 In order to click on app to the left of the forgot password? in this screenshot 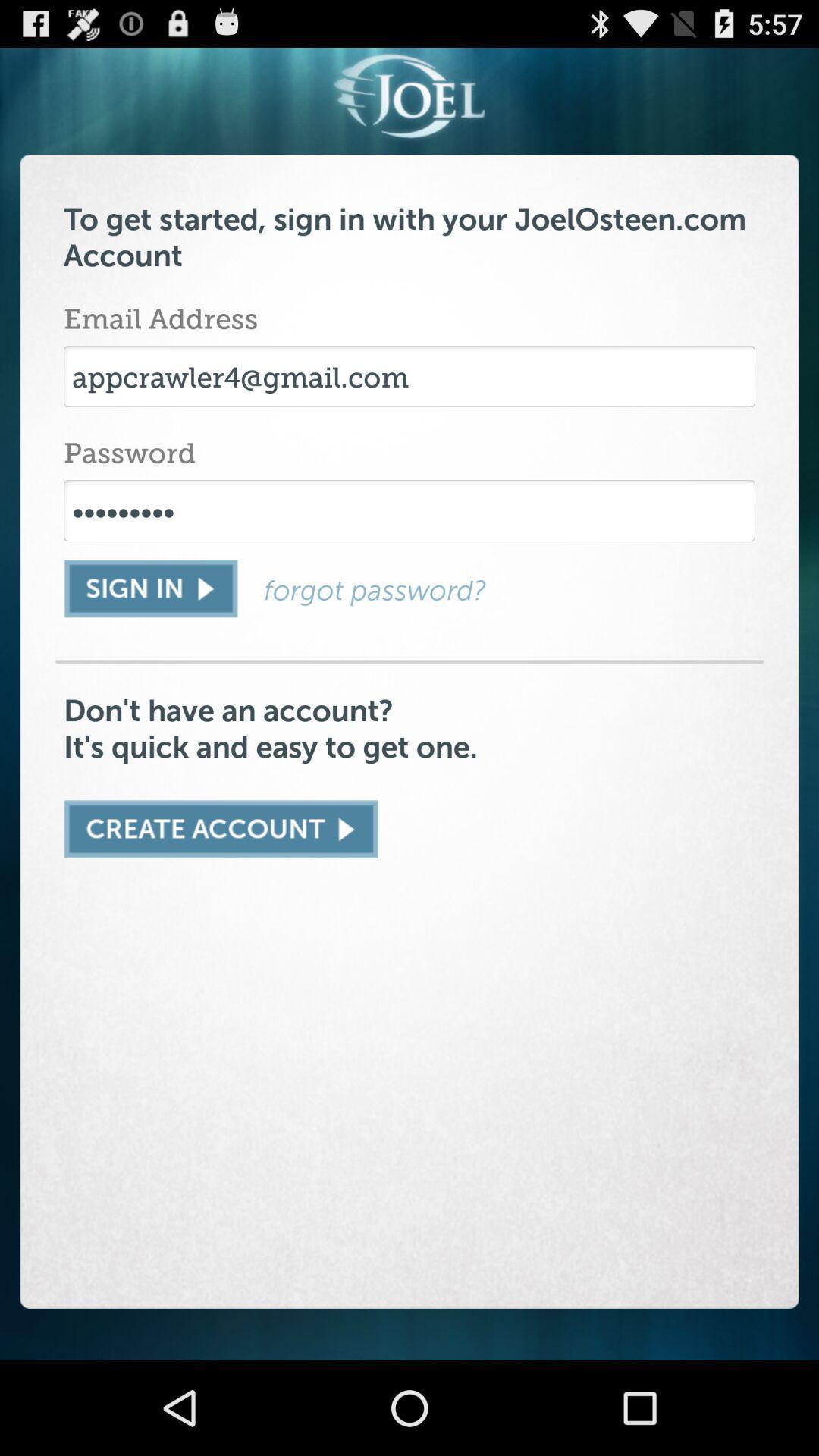, I will do `click(150, 588)`.